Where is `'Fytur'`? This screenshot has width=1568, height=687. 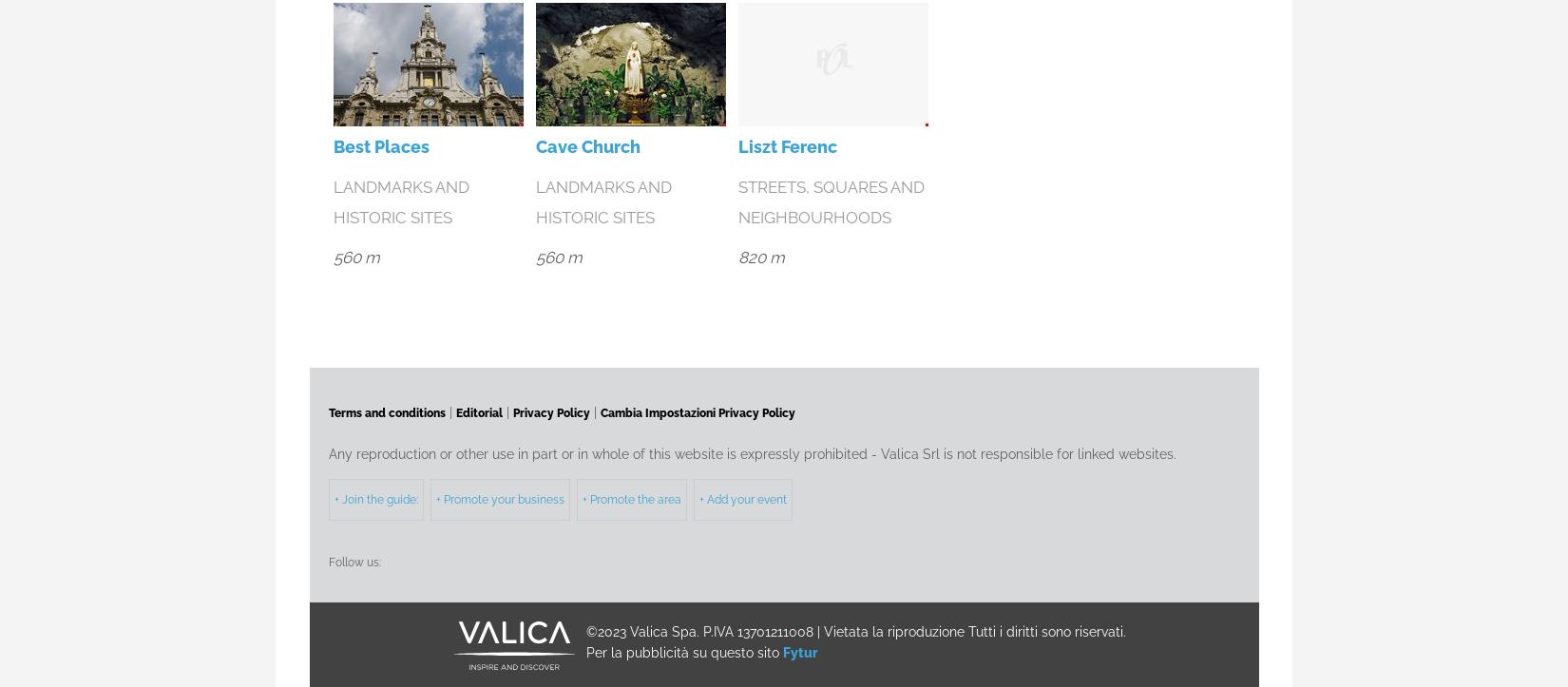 'Fytur' is located at coordinates (799, 651).